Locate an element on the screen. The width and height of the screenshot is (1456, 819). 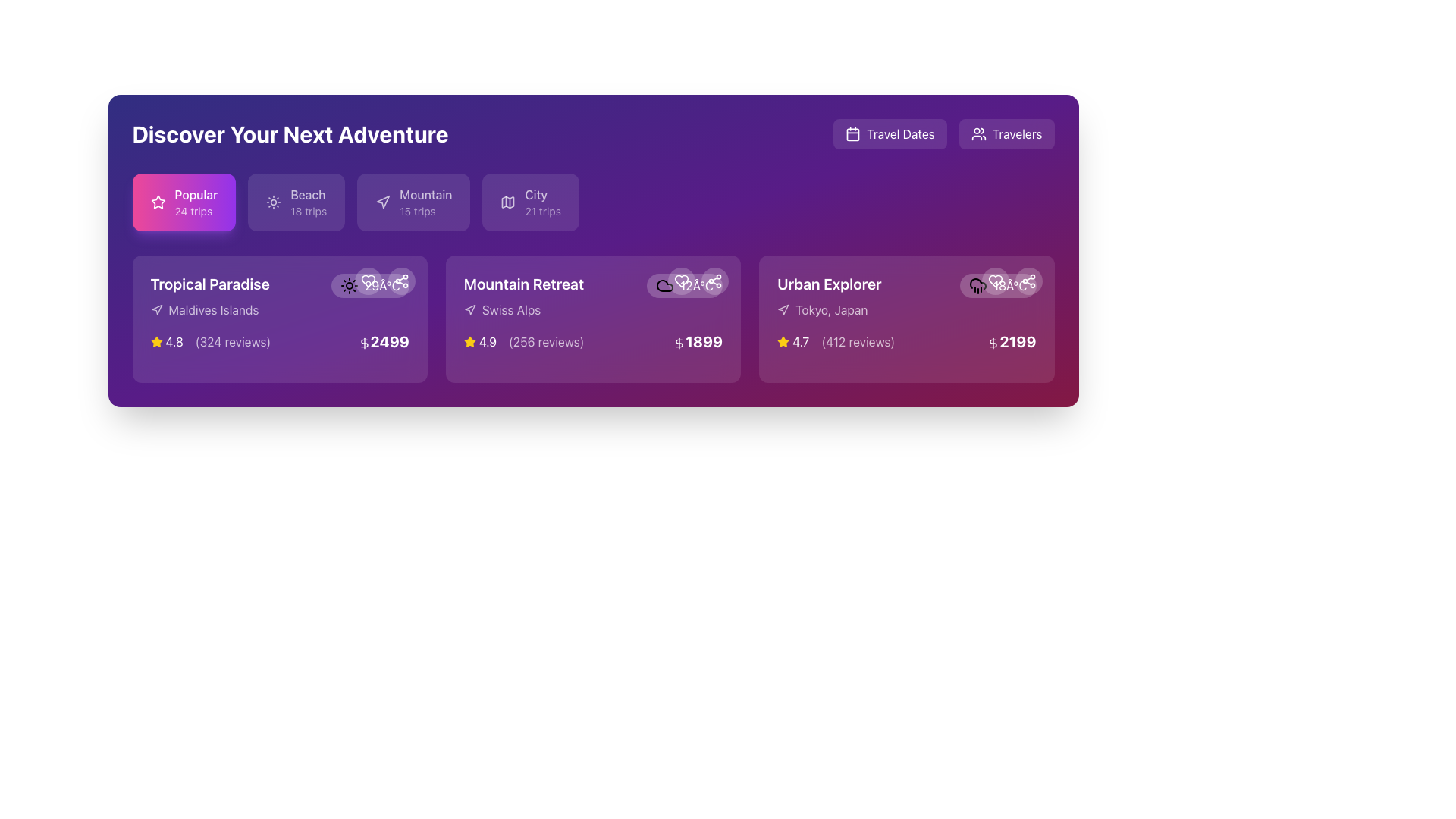
the heart icon in the top-right corner of the 'Tropical Paradise' card to mark the item as favorite is located at coordinates (368, 281).